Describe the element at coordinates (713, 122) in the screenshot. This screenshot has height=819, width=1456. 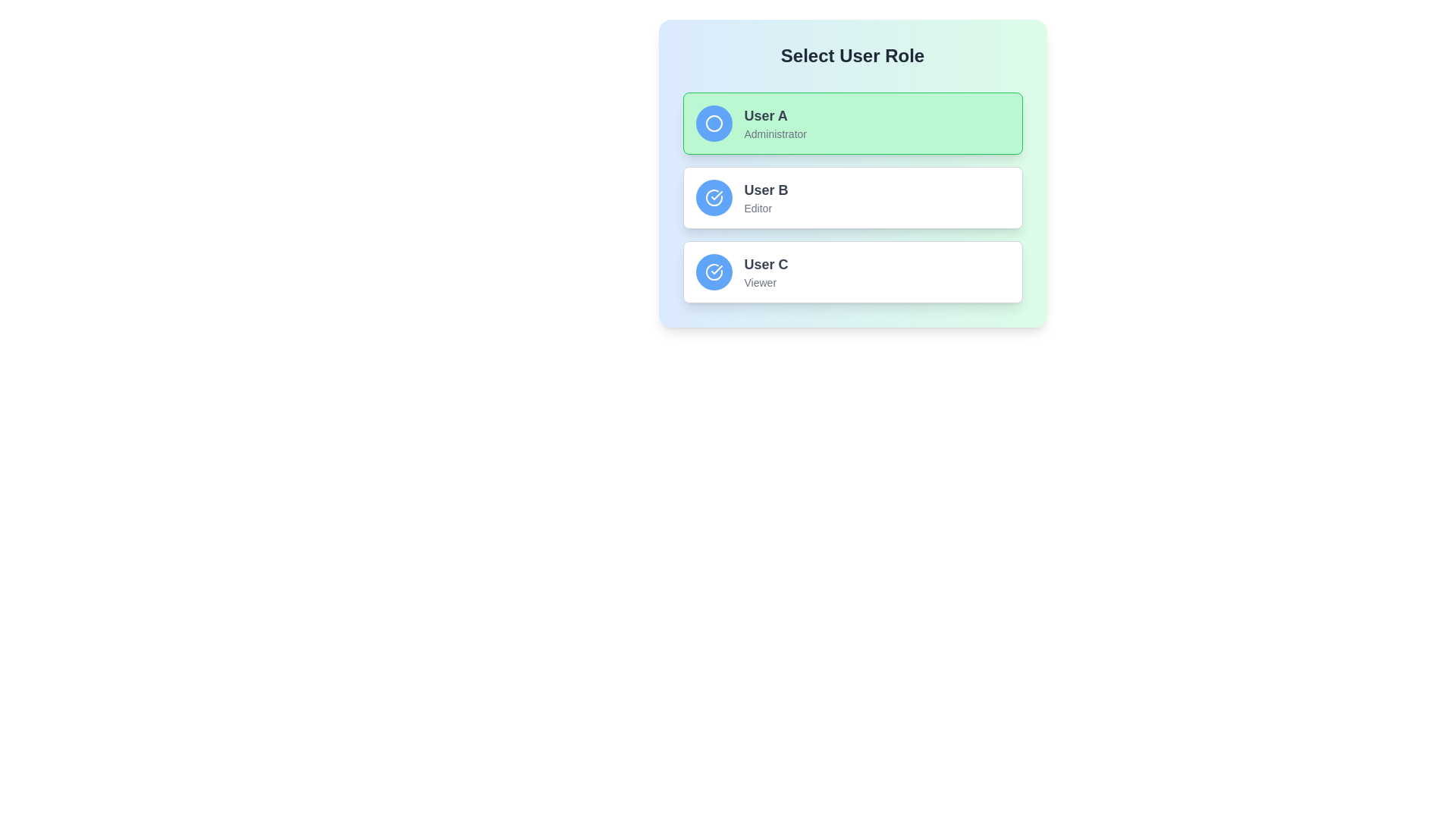
I see `the SVG Circle Element representing 'User A' in the 'Select User Role' list, visually distinguishing their role or selection` at that location.